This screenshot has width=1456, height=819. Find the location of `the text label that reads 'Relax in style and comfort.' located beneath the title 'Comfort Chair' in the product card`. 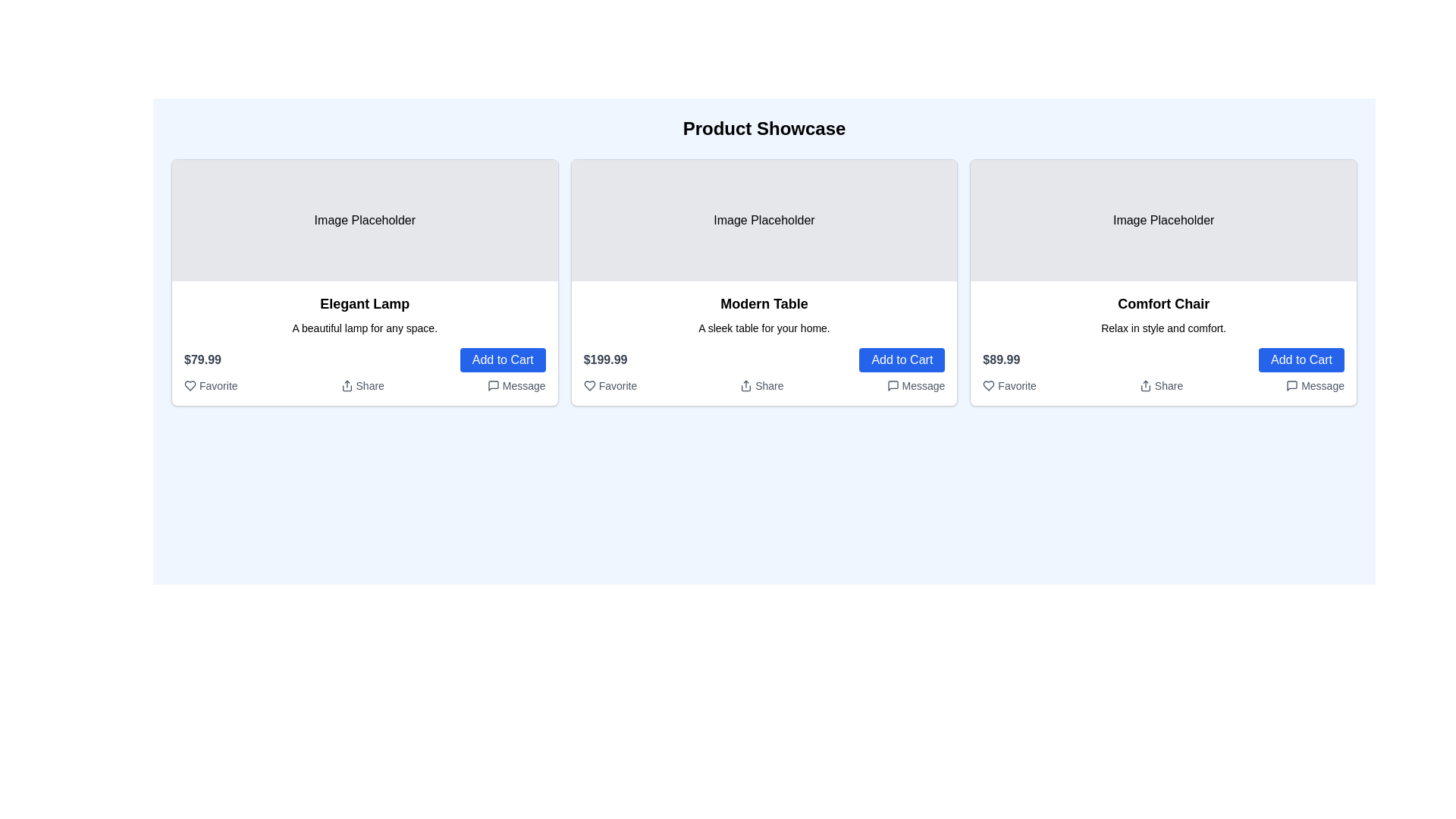

the text label that reads 'Relax in style and comfort.' located beneath the title 'Comfort Chair' in the product card is located at coordinates (1163, 327).